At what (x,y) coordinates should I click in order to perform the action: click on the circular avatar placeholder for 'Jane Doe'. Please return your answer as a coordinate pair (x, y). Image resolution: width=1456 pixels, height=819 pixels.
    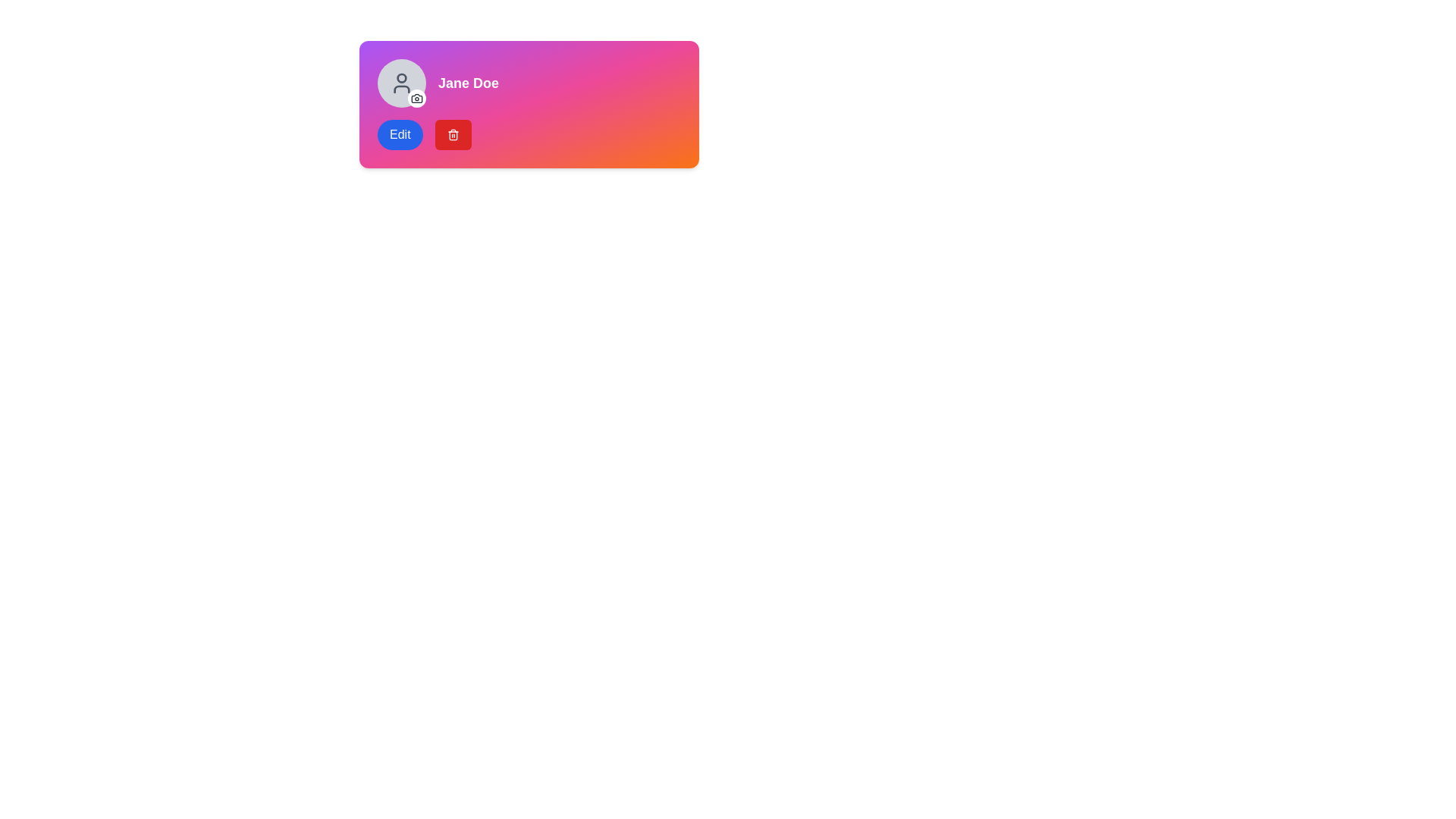
    Looking at the image, I should click on (401, 83).